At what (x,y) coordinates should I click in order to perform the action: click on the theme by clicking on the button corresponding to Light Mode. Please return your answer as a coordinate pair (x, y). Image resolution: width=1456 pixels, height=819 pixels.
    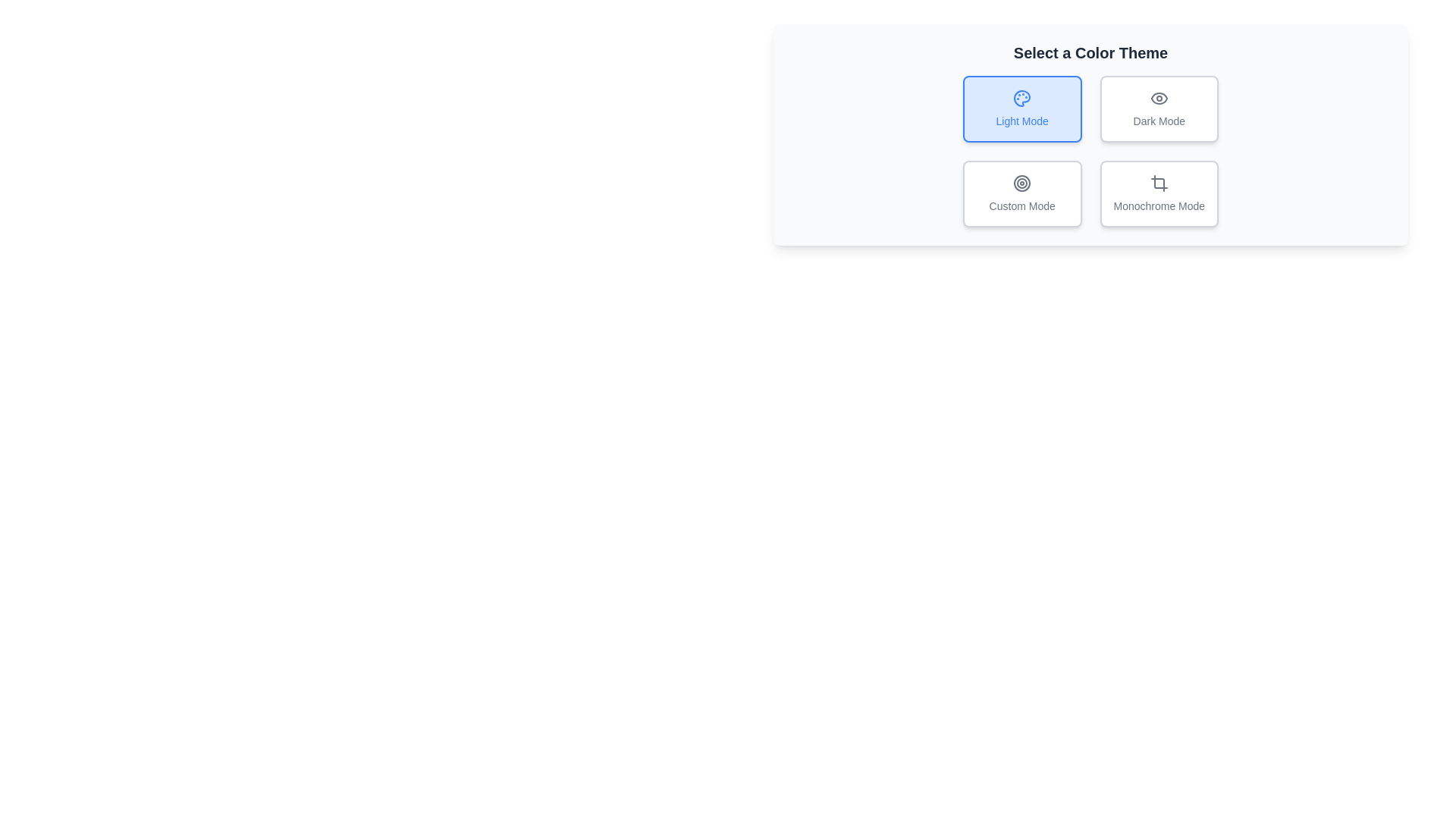
    Looking at the image, I should click on (1022, 108).